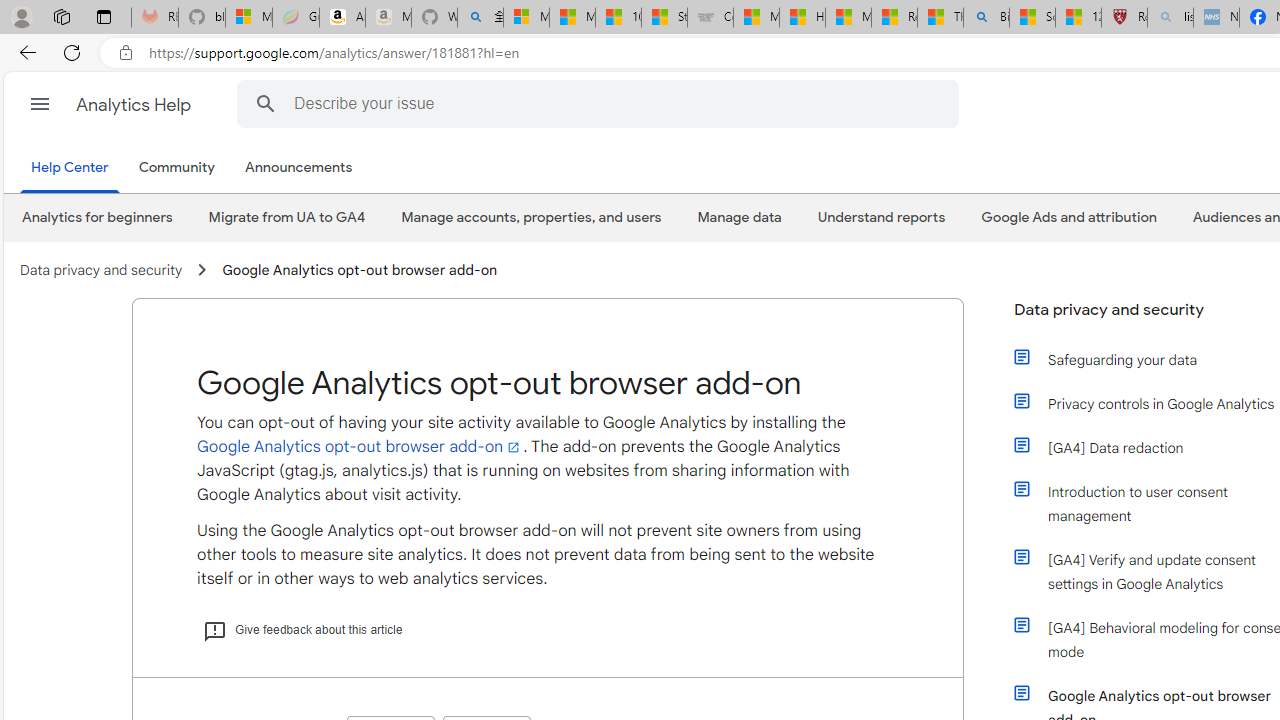 The height and width of the screenshot is (720, 1280). What do you see at coordinates (1032, 17) in the screenshot?
I see `'Science - MSN'` at bounding box center [1032, 17].